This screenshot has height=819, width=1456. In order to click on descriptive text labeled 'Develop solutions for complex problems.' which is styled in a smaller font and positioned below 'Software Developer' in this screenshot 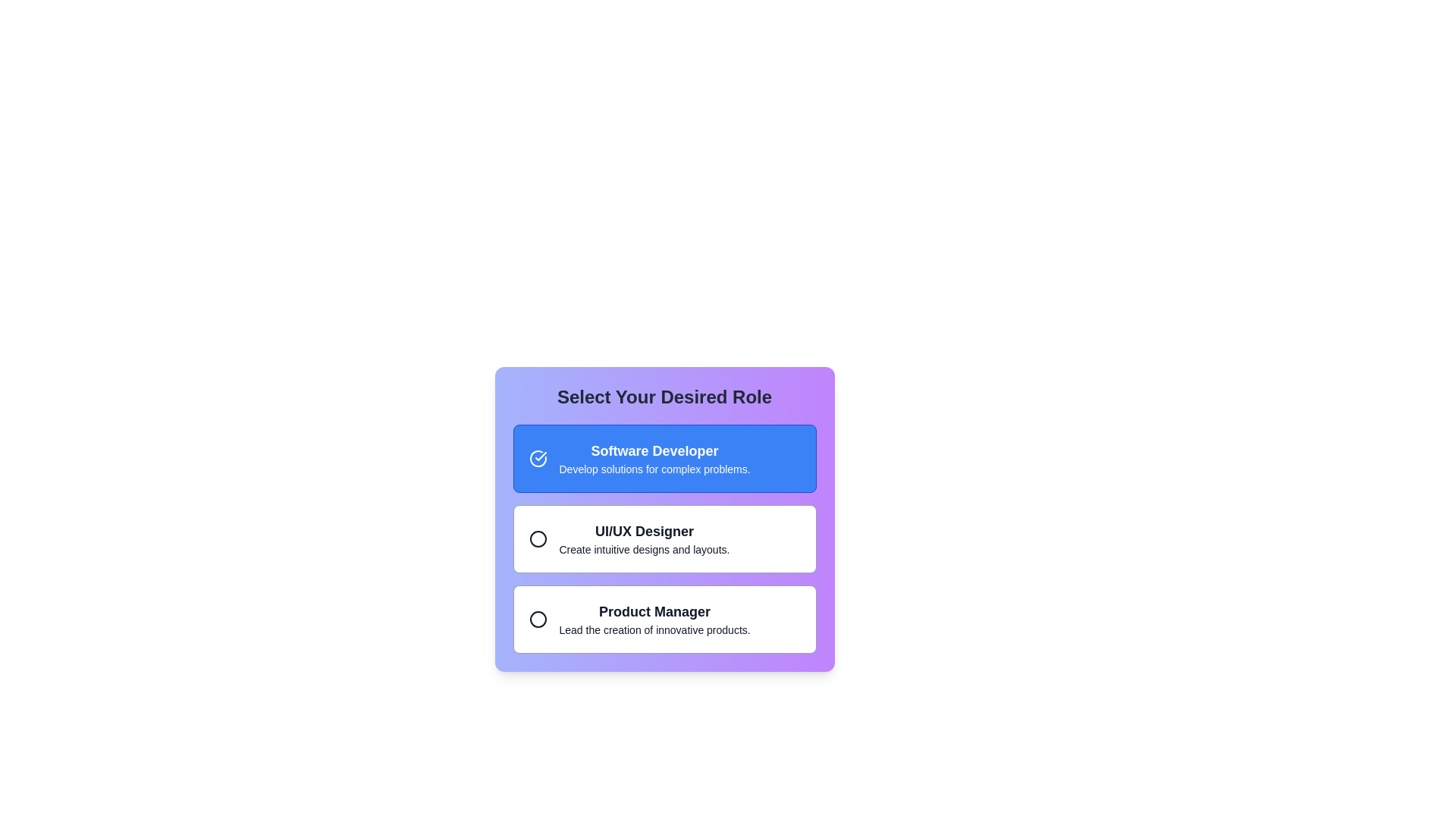, I will do `click(654, 468)`.